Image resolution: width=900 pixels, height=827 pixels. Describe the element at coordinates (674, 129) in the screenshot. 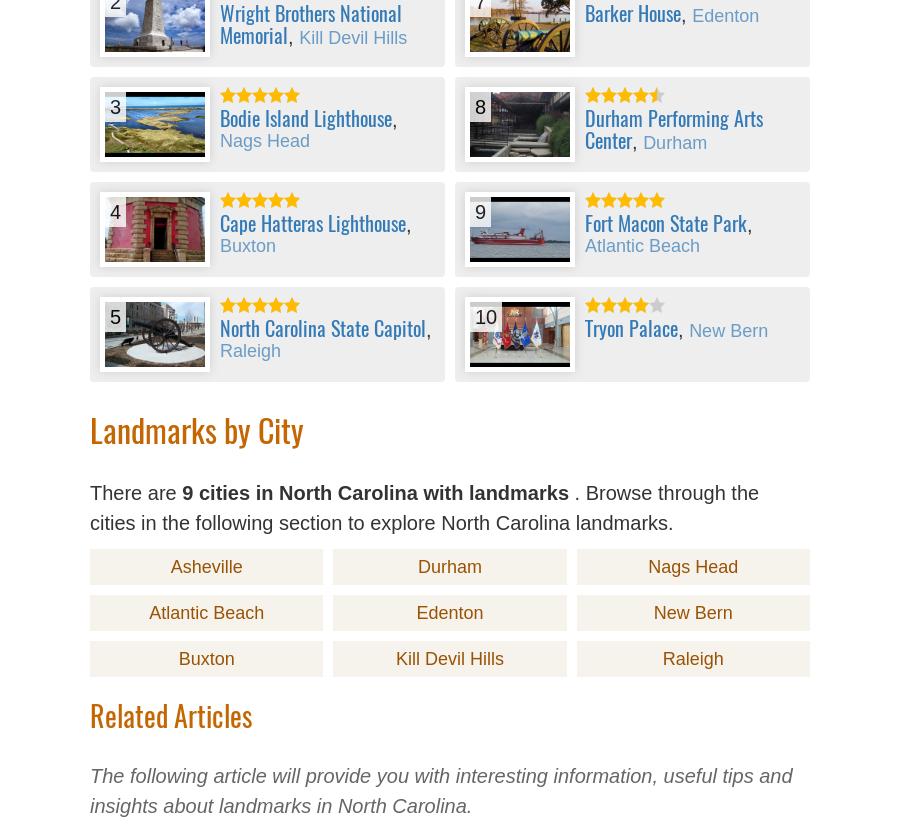

I see `'Durham Performing Arts Center'` at that location.